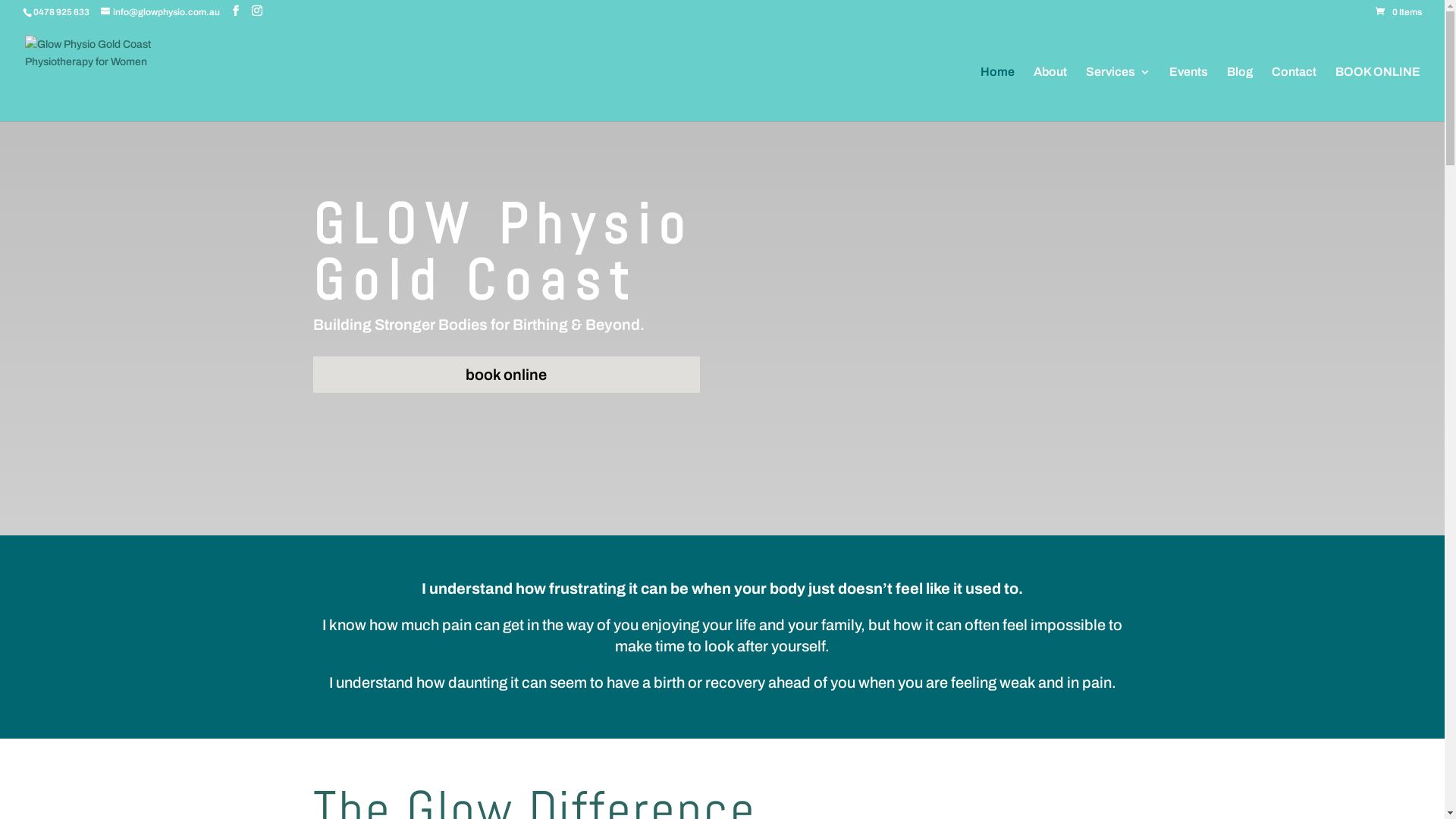  What do you see at coordinates (1335, 93) in the screenshot?
I see `'BOOK ONLINE'` at bounding box center [1335, 93].